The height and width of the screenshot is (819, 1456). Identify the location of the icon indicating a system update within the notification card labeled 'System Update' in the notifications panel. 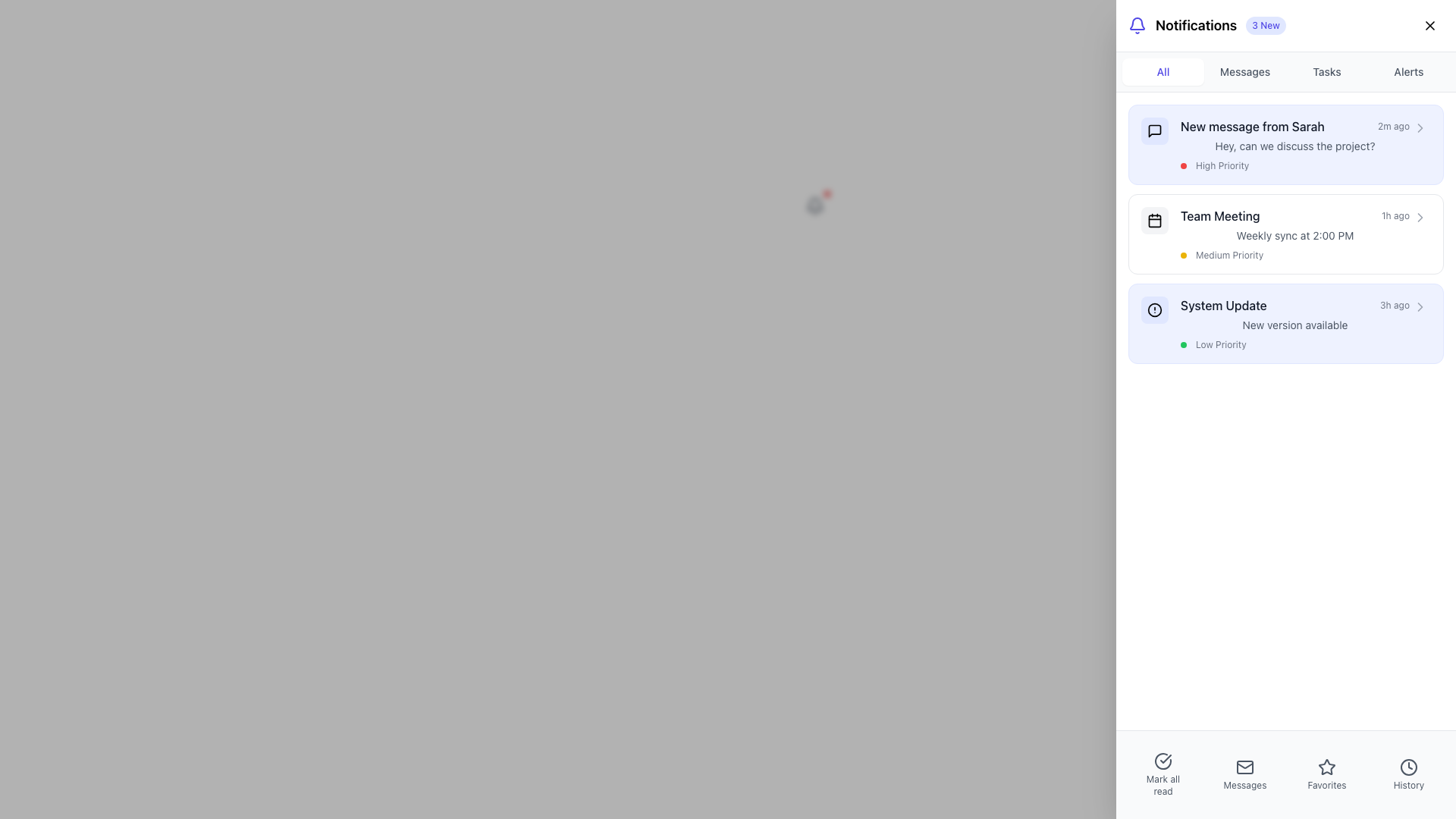
(1153, 309).